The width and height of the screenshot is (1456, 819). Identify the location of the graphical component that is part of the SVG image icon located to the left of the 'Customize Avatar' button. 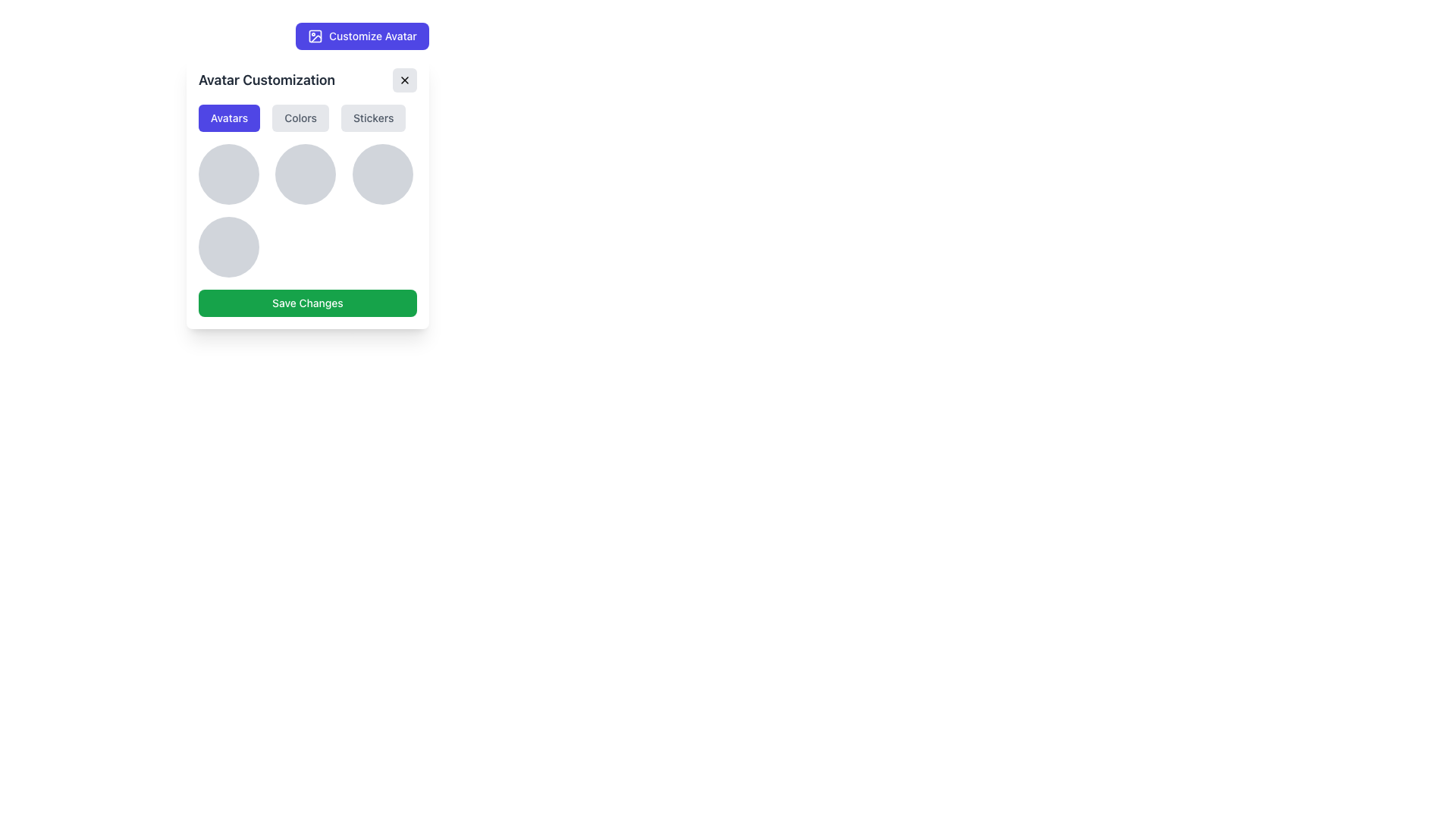
(315, 35).